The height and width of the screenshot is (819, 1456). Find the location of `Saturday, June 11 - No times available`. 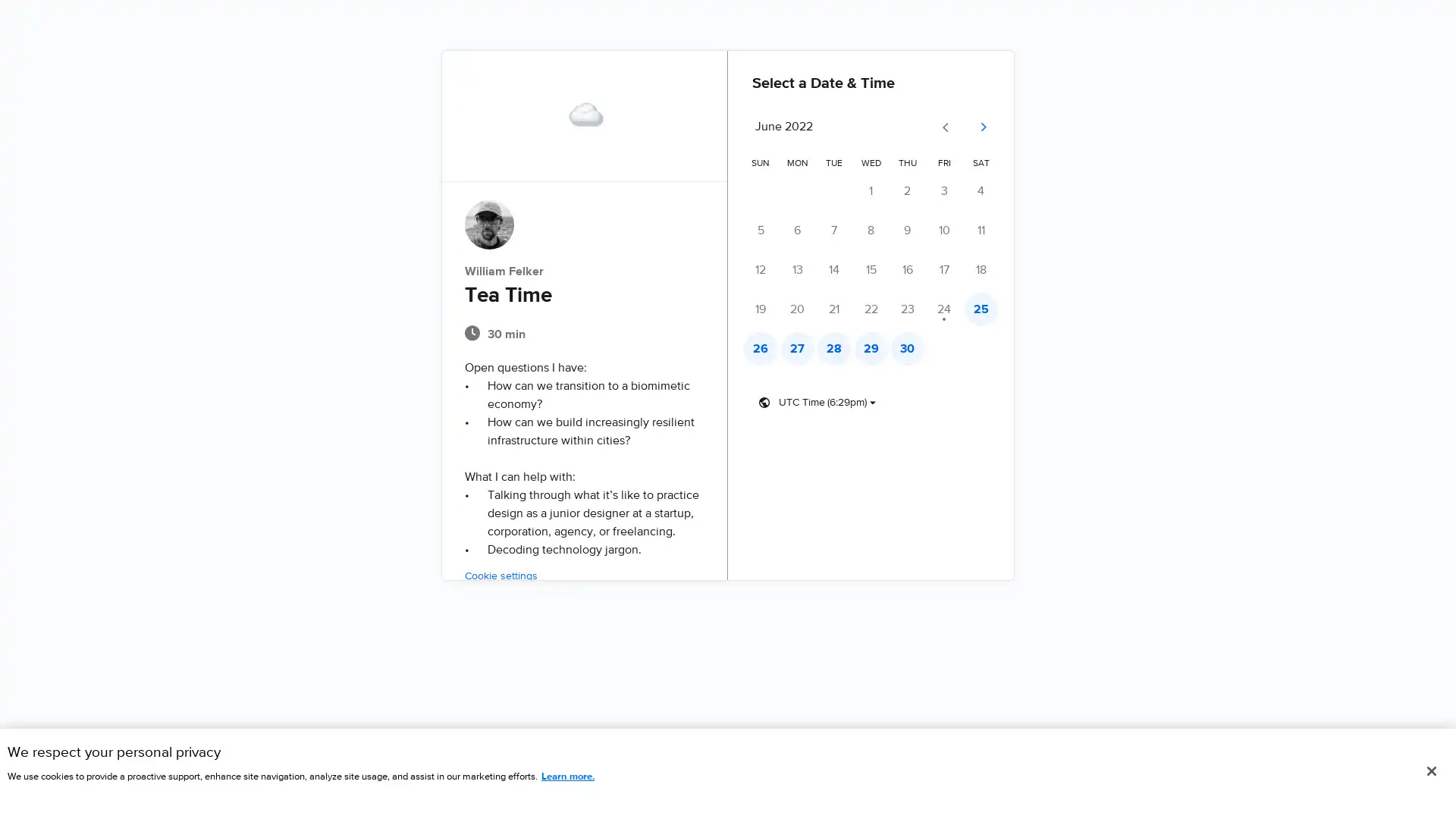

Saturday, June 11 - No times available is located at coordinates (996, 231).